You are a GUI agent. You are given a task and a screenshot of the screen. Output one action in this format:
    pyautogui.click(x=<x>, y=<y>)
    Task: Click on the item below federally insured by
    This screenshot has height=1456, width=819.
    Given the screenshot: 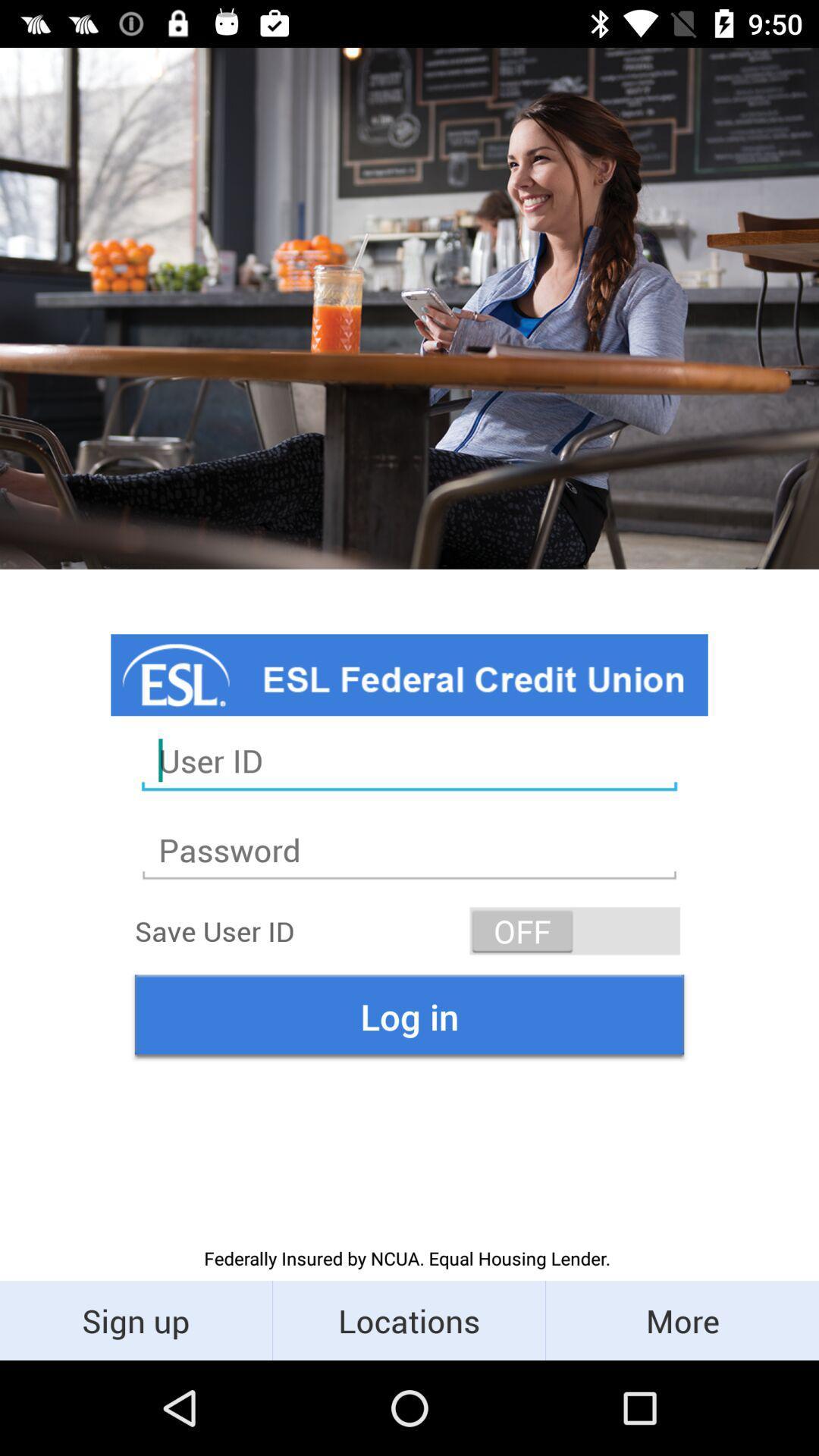 What is the action you would take?
    pyautogui.click(x=408, y=1319)
    